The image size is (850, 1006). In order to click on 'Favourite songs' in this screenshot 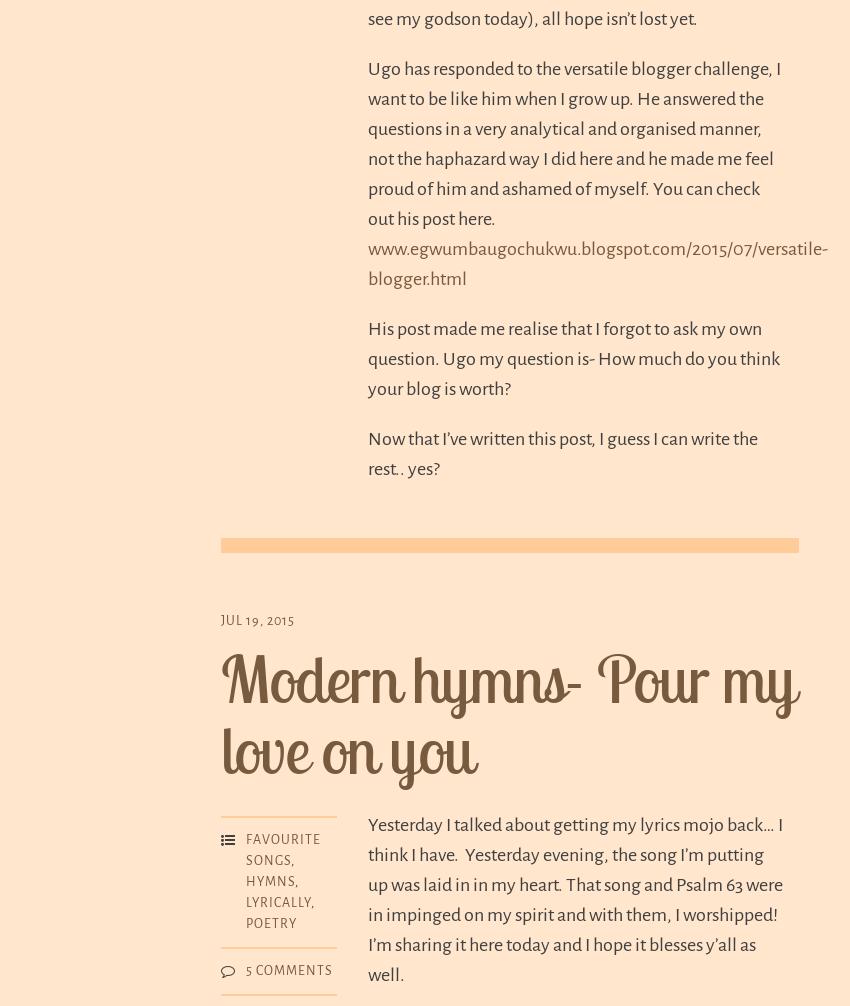, I will do `click(245, 848)`.